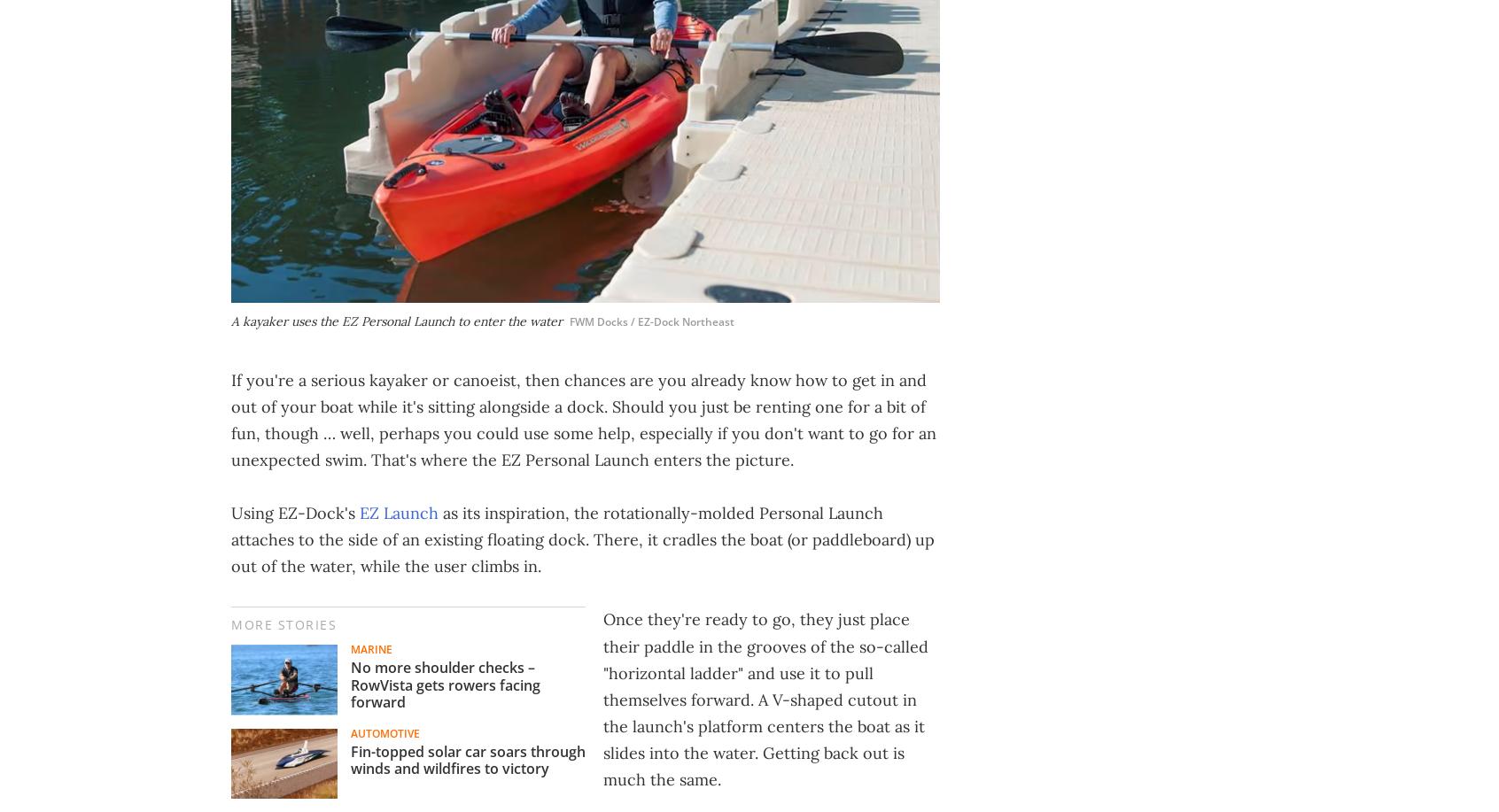 This screenshot has width=1499, height=812. I want to click on 'Automotive', so click(384, 732).